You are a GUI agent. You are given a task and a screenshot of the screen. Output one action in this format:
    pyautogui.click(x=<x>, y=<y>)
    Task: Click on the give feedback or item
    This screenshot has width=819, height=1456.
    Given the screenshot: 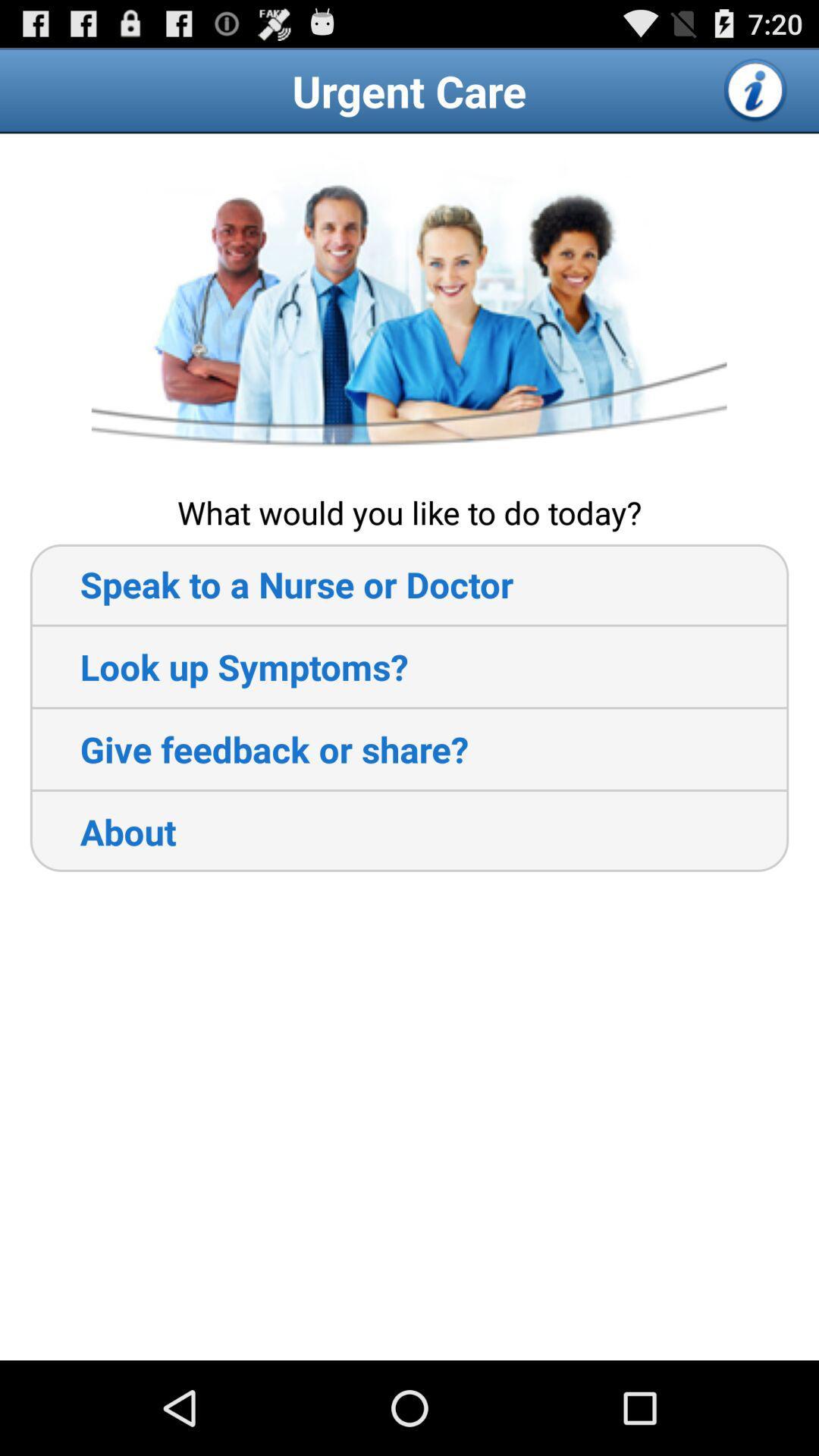 What is the action you would take?
    pyautogui.click(x=248, y=749)
    